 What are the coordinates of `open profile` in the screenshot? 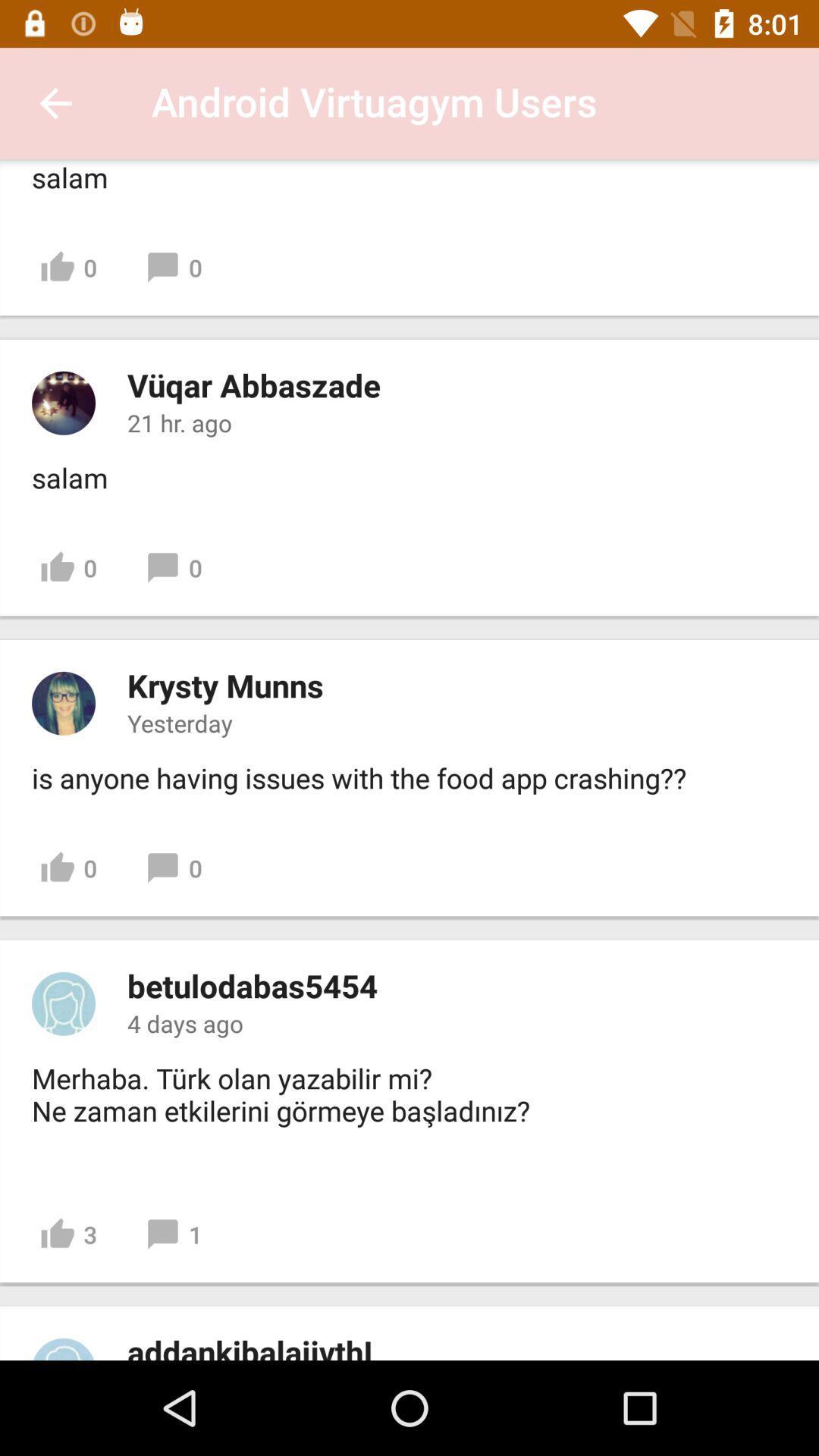 It's located at (63, 1349).